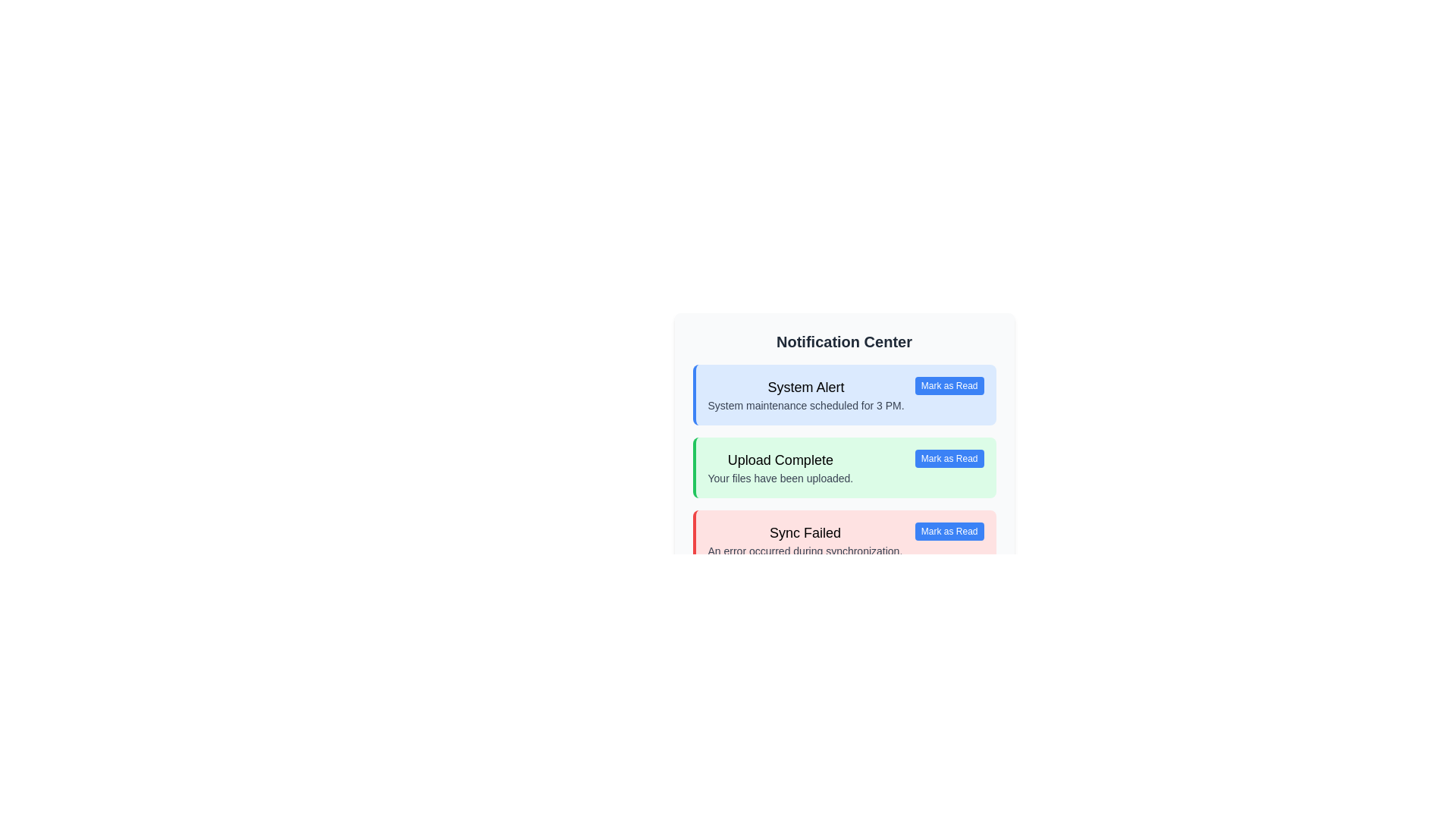 This screenshot has height=819, width=1456. Describe the element at coordinates (804, 532) in the screenshot. I see `the text label indicating 'Sync Failed' in the third notification card within the Notification Center, which serves as the main heading for the synchronization failure notification` at that location.